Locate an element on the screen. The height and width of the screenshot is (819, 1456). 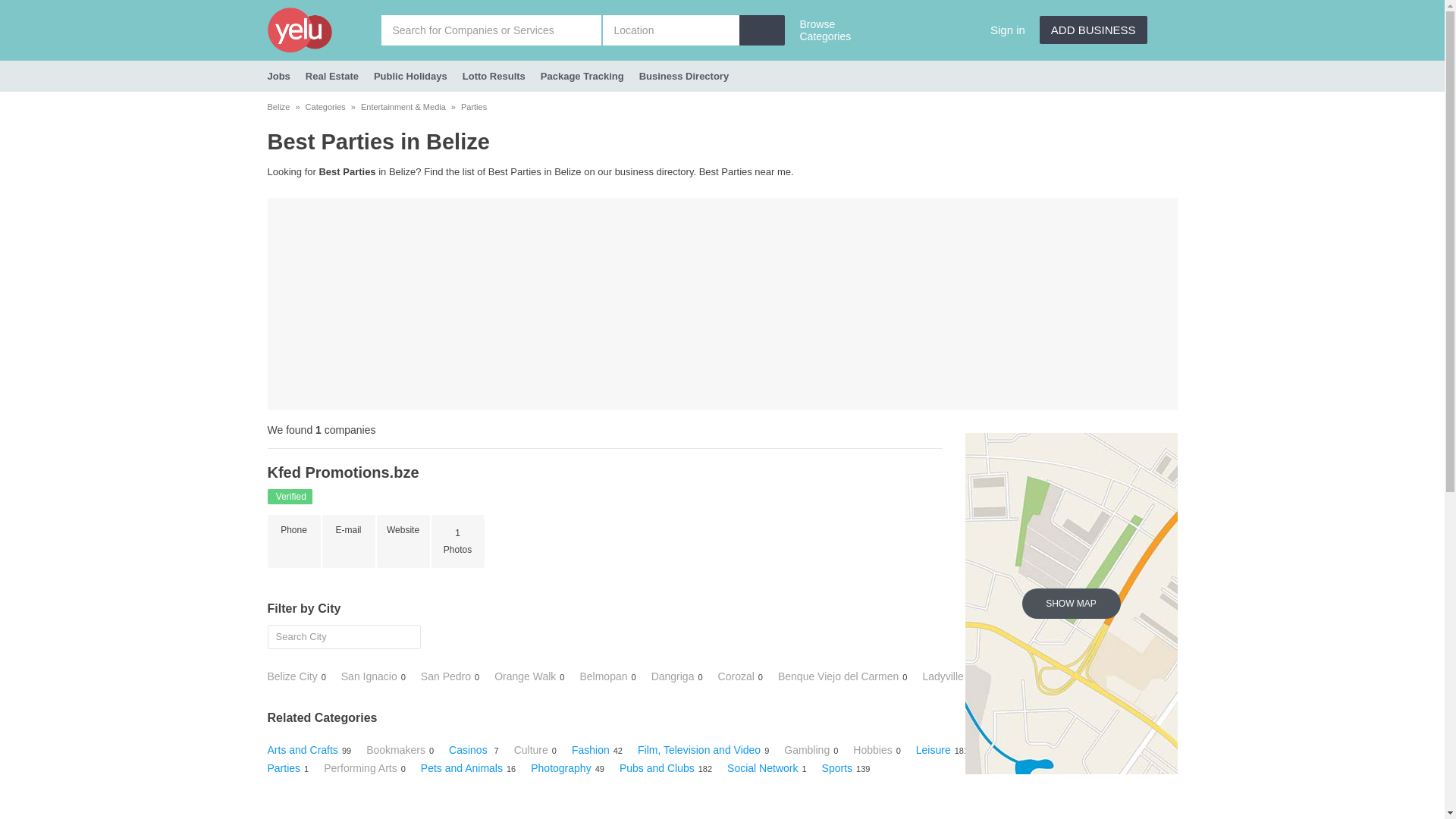
'Belize Business Directory - Yelu Belize' is located at coordinates (323, 30).